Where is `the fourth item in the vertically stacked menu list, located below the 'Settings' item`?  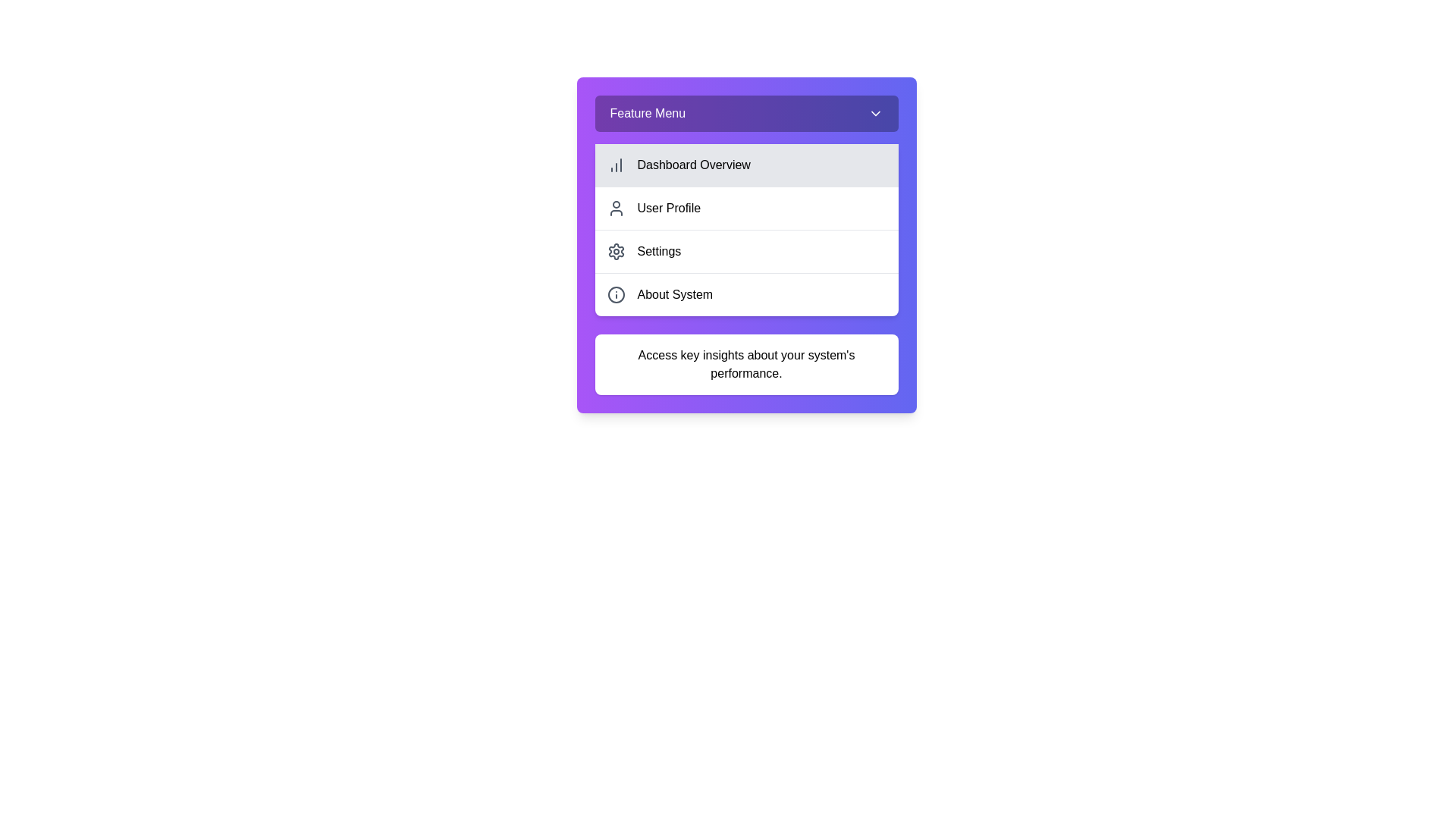 the fourth item in the vertically stacked menu list, located below the 'Settings' item is located at coordinates (746, 294).